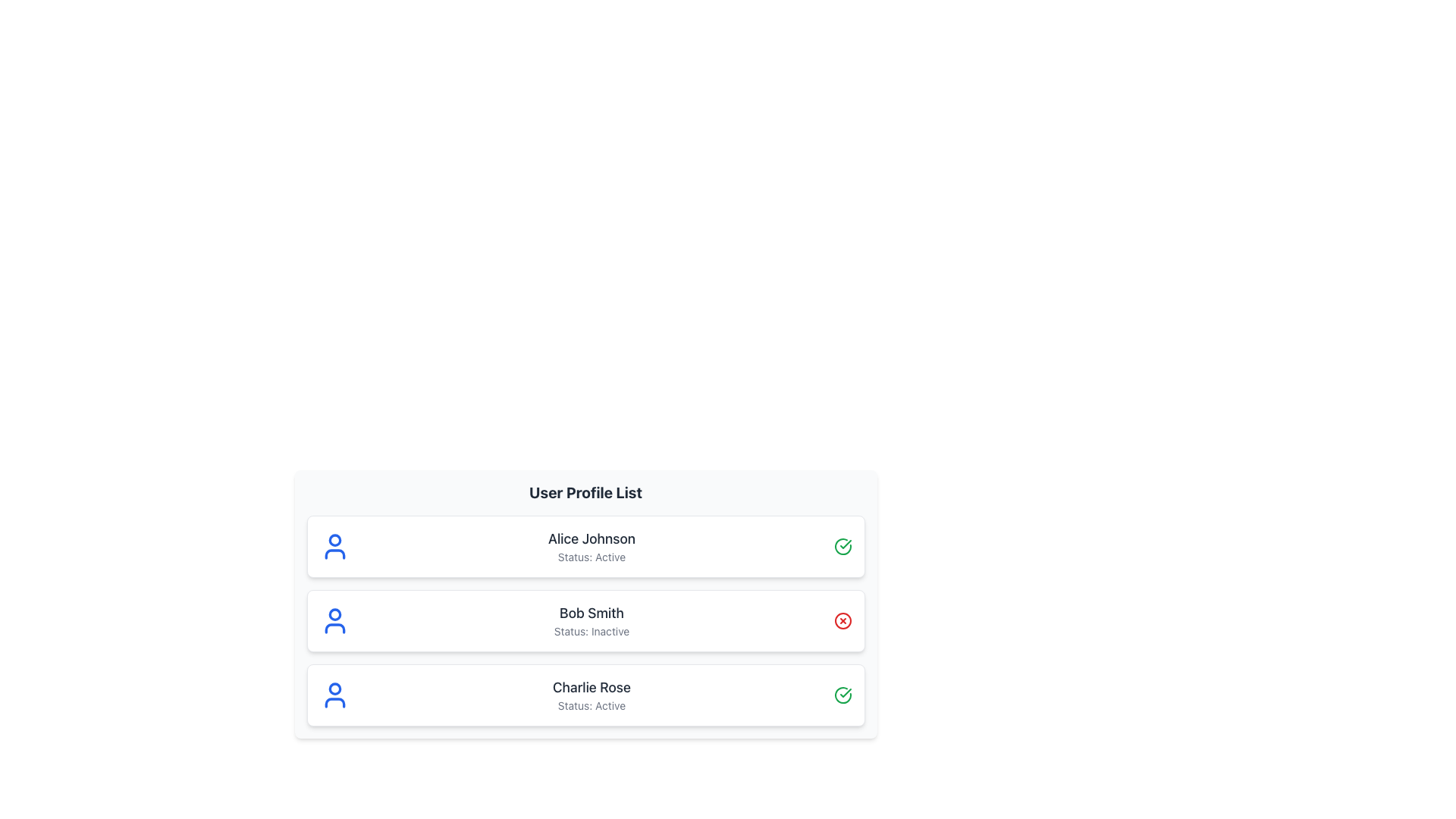 The image size is (1456, 819). What do you see at coordinates (844, 543) in the screenshot?
I see `the checkmark icon inside the green circular outline indicating approval for 'Alice Johnson - Status: Active'` at bounding box center [844, 543].